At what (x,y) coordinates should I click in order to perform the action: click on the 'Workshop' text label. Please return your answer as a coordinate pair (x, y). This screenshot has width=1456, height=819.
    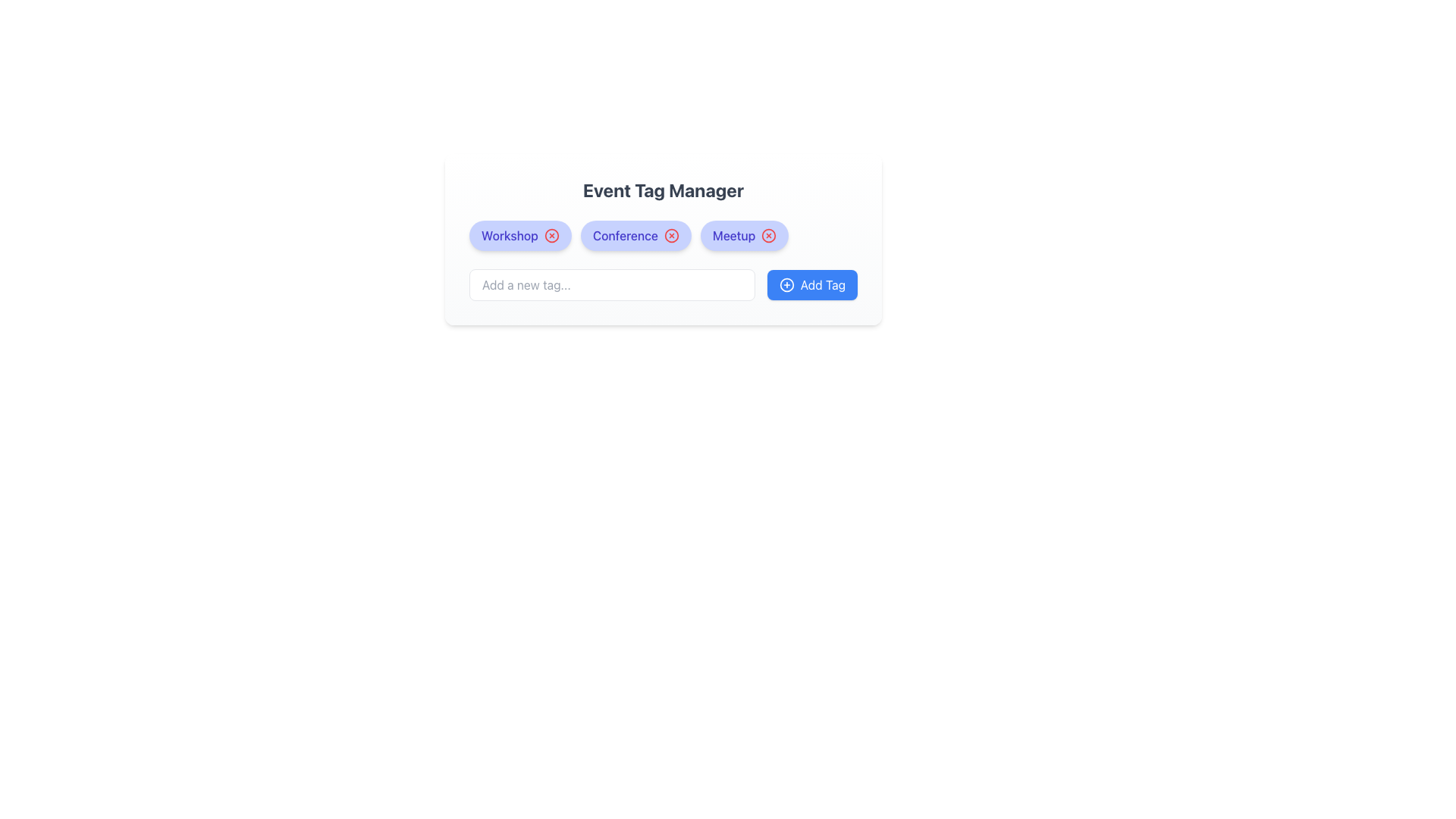
    Looking at the image, I should click on (510, 236).